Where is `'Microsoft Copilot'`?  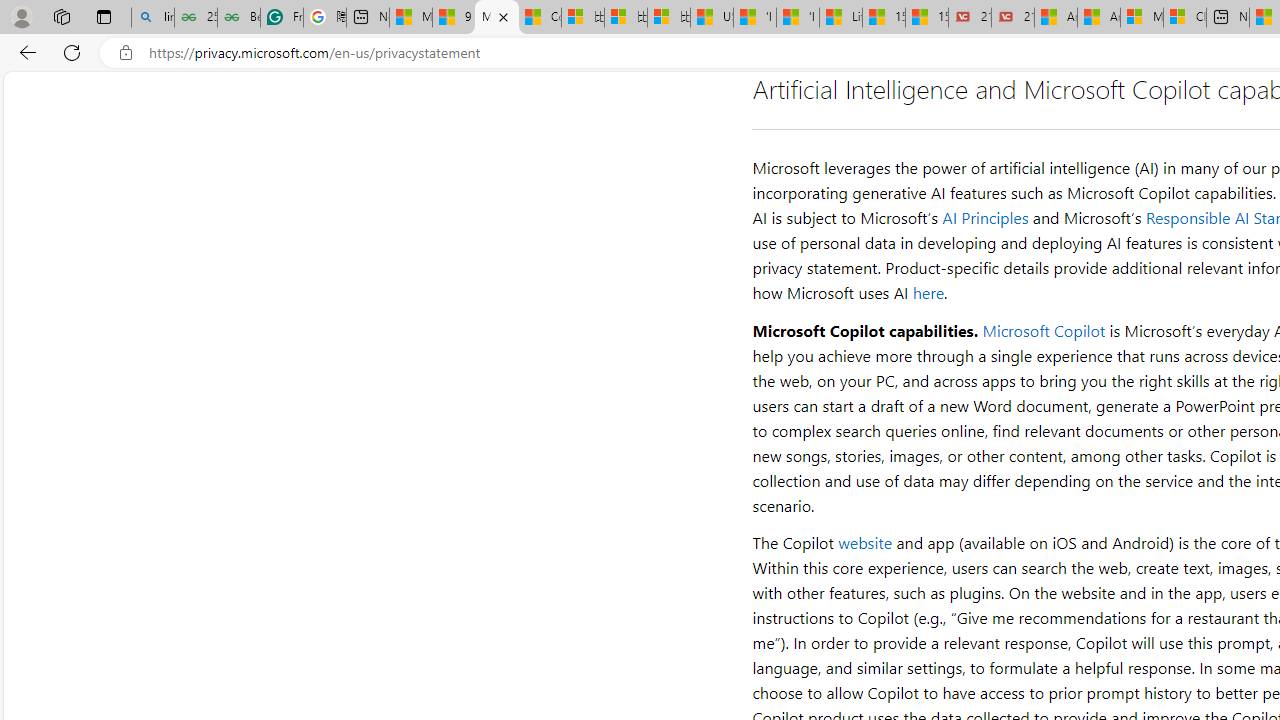
'Microsoft Copilot' is located at coordinates (1042, 329).